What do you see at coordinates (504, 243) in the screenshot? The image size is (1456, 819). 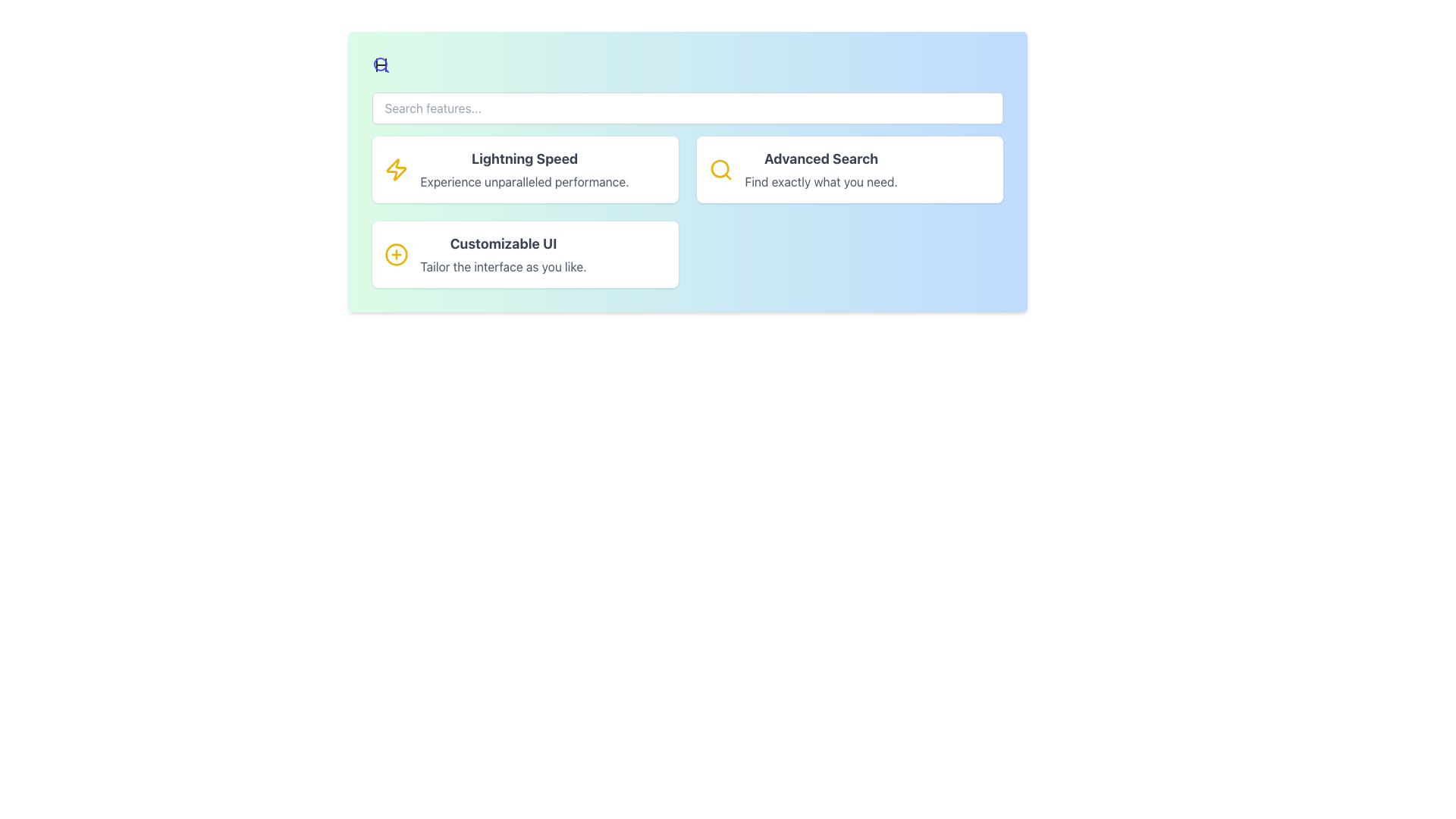 I see `the header text in the light green box that indicates the customization features of the UI, located in the left-center area of the interface` at bounding box center [504, 243].